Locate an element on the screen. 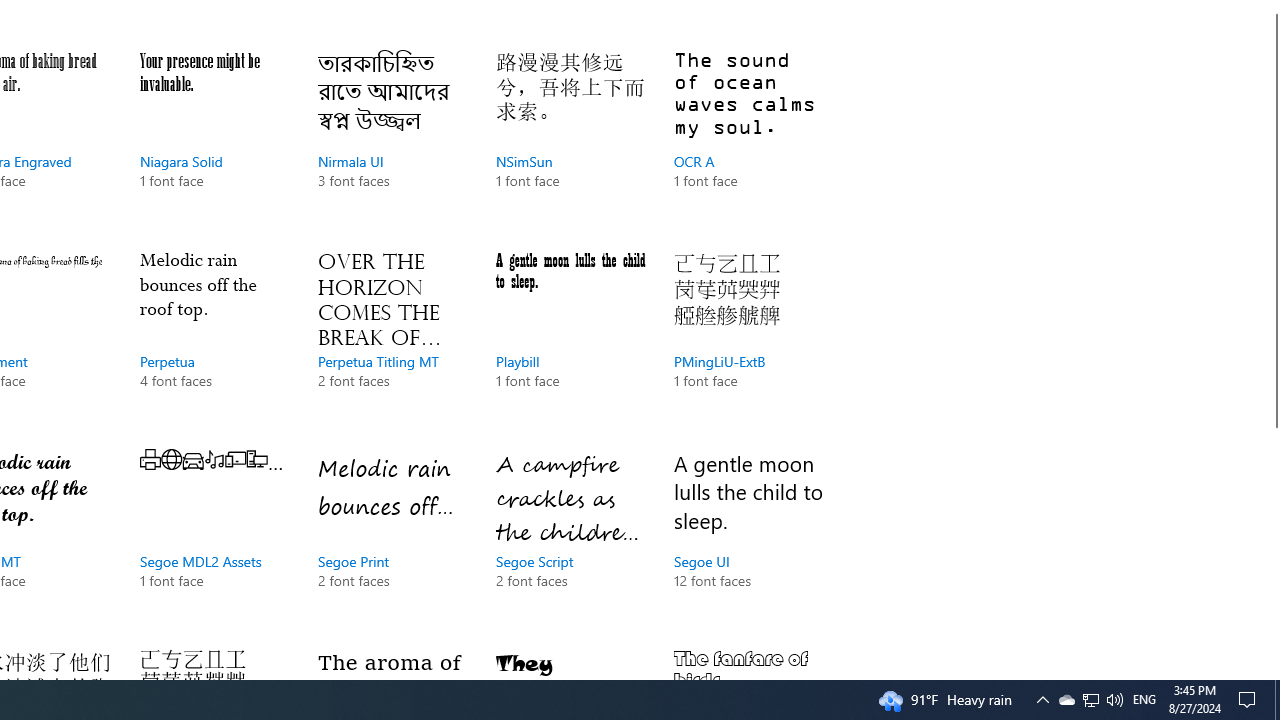  'STCaiyun, 1 font face' is located at coordinates (747, 659).